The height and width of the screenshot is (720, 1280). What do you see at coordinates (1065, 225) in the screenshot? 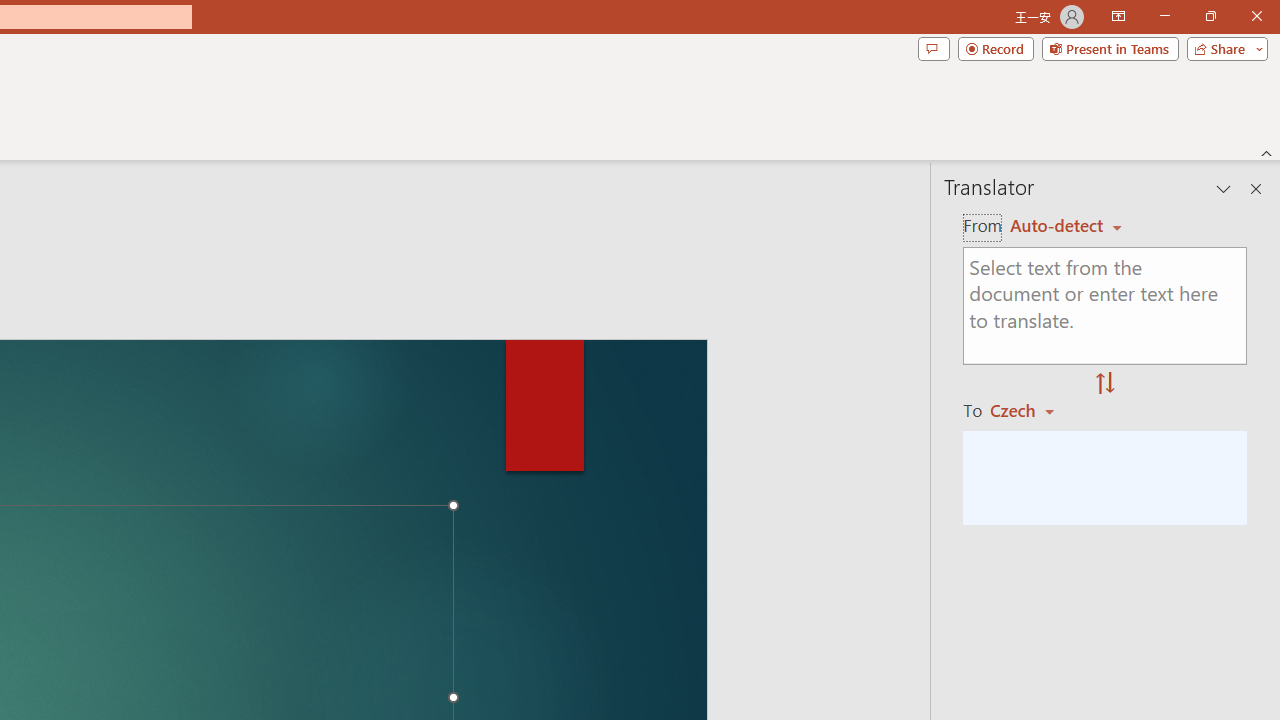
I see `'Auto-detect'` at bounding box center [1065, 225].